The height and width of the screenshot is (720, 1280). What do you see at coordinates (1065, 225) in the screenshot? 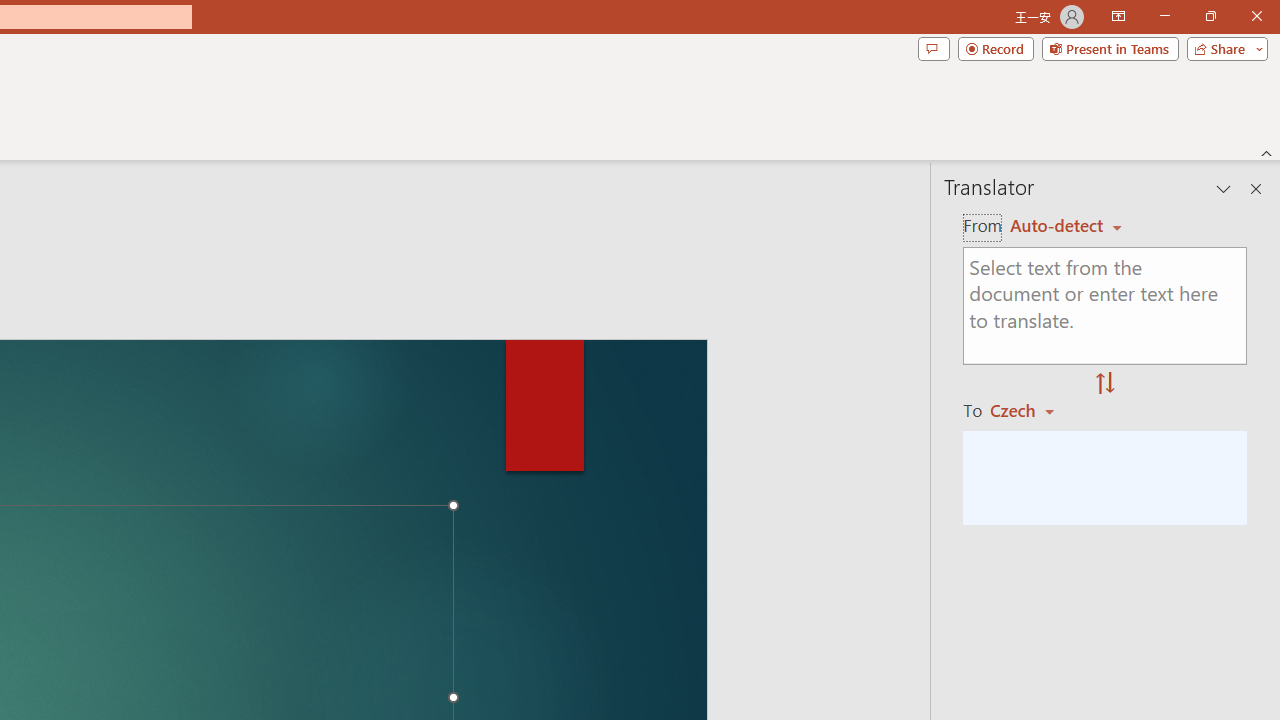
I see `'Auto-detect'` at bounding box center [1065, 225].